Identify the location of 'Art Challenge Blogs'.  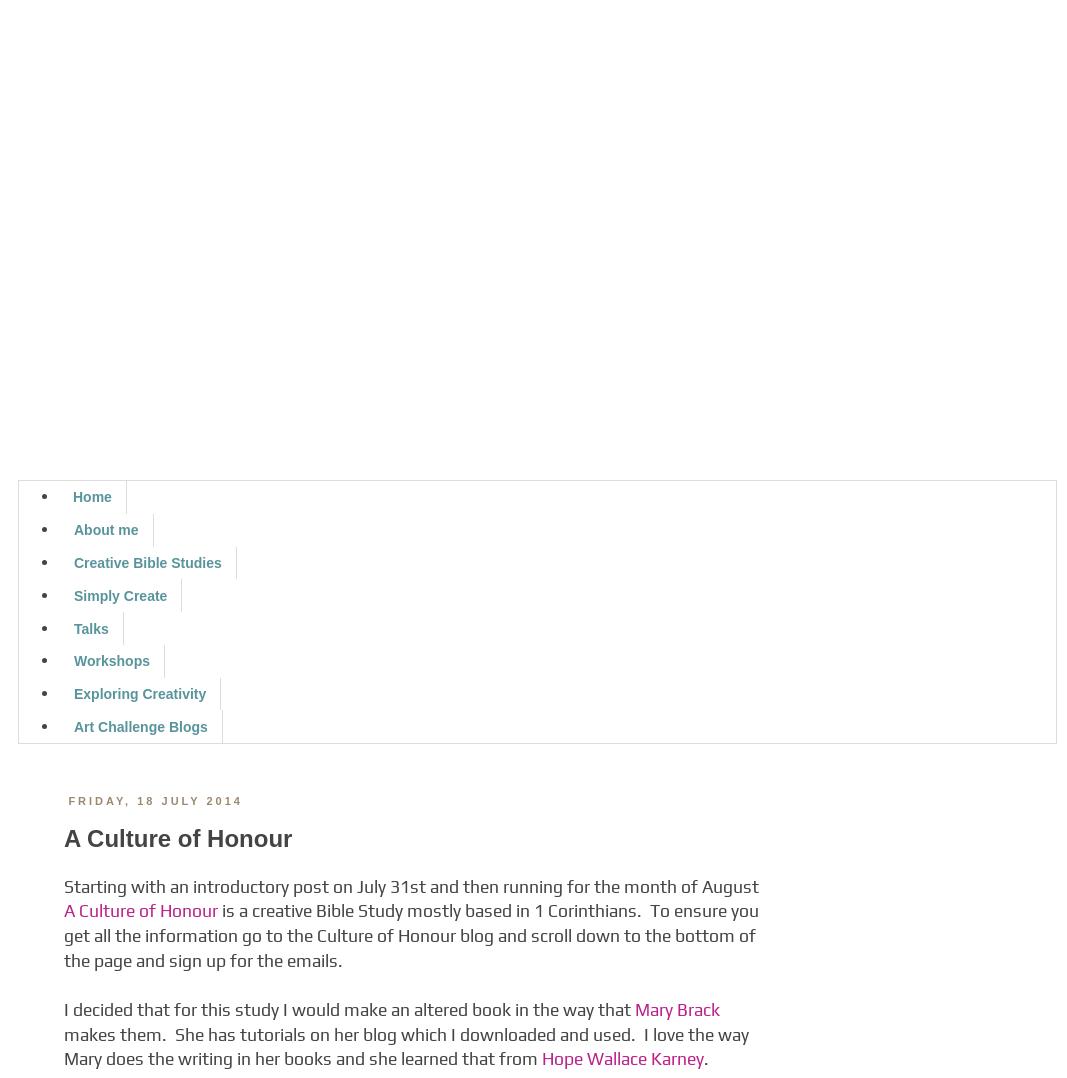
(139, 725).